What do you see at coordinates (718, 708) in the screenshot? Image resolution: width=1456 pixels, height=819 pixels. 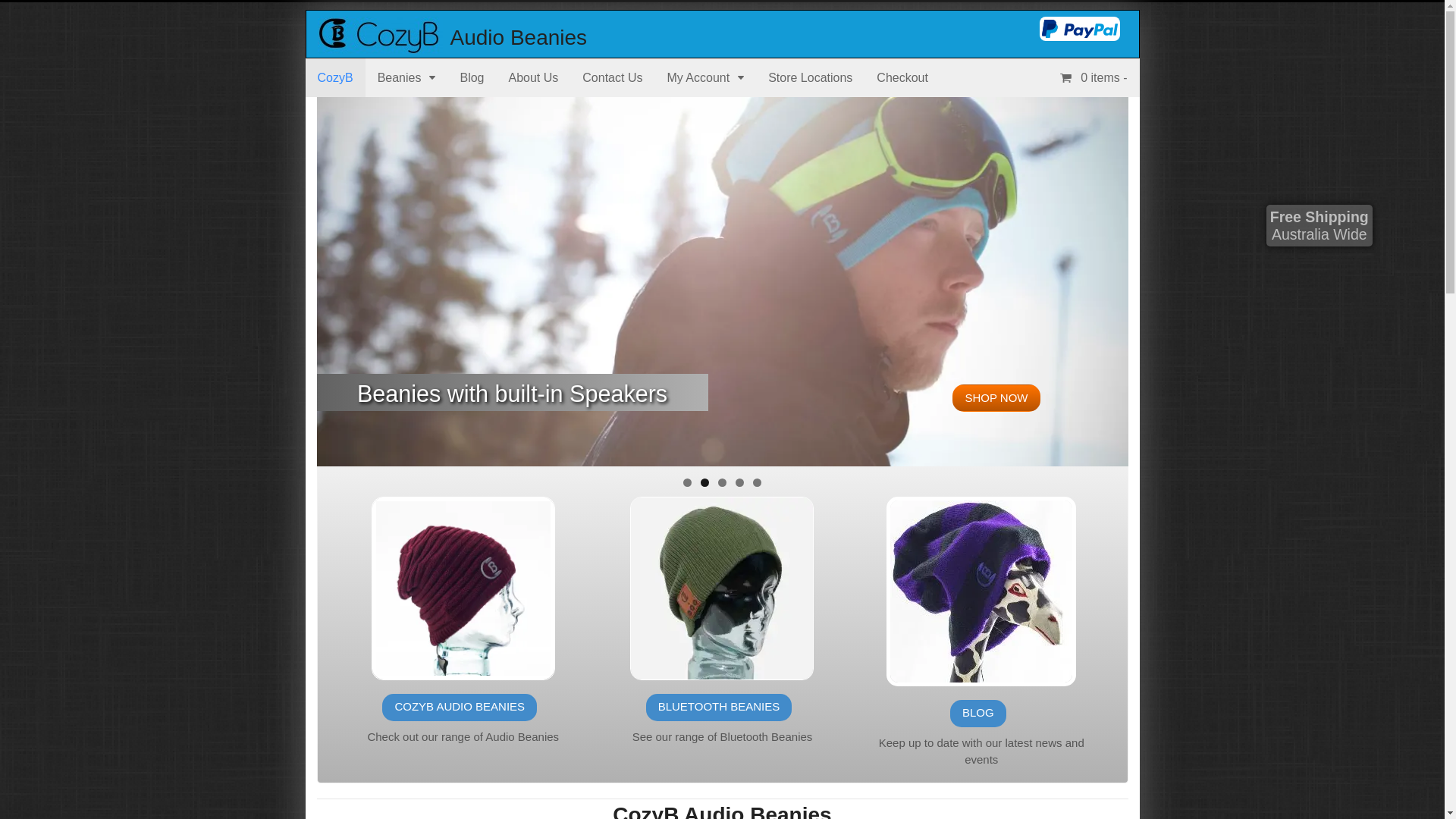 I see `'BLUETOOTH BEANIES'` at bounding box center [718, 708].